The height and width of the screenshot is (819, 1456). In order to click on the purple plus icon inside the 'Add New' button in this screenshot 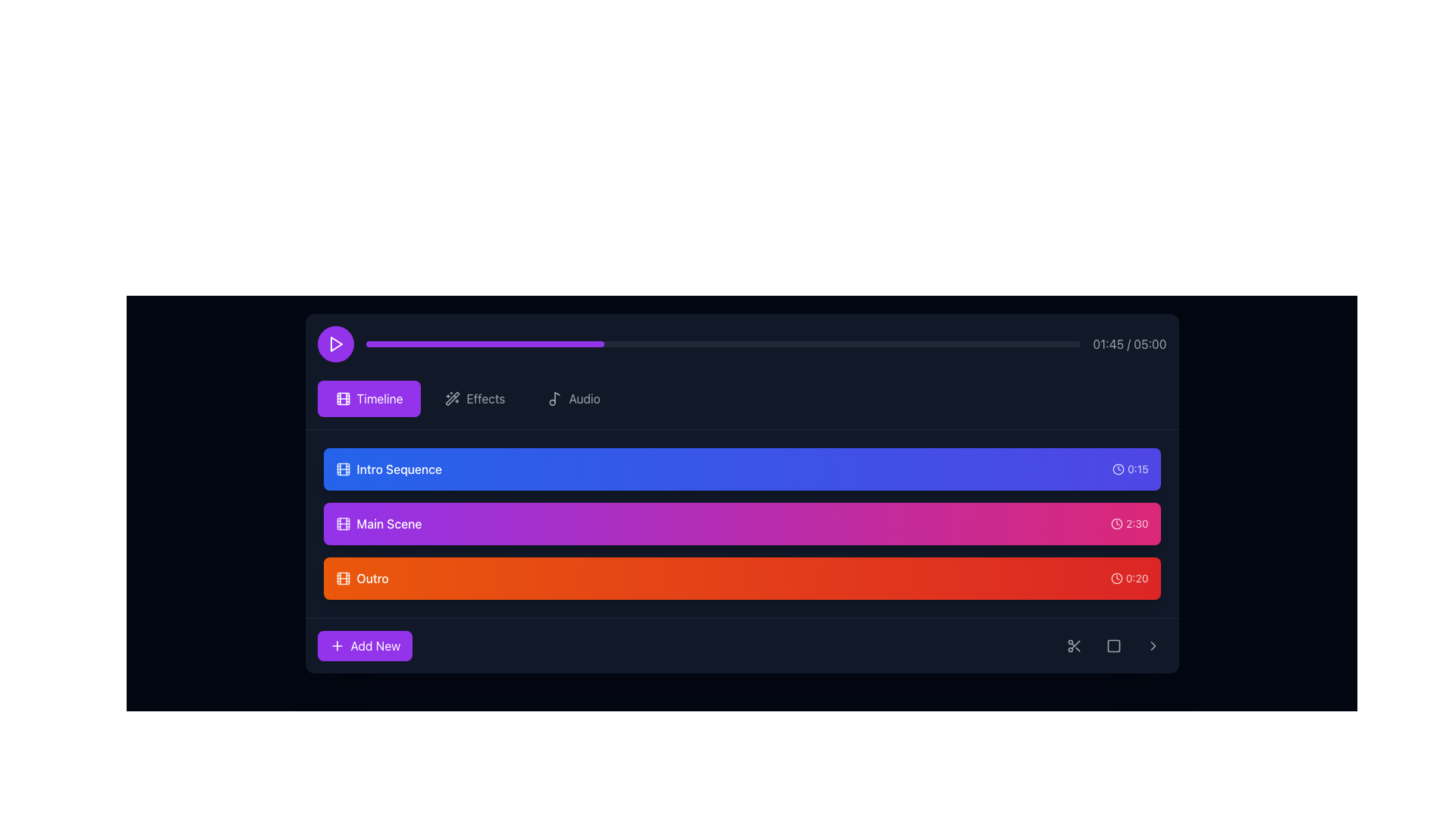, I will do `click(336, 646)`.